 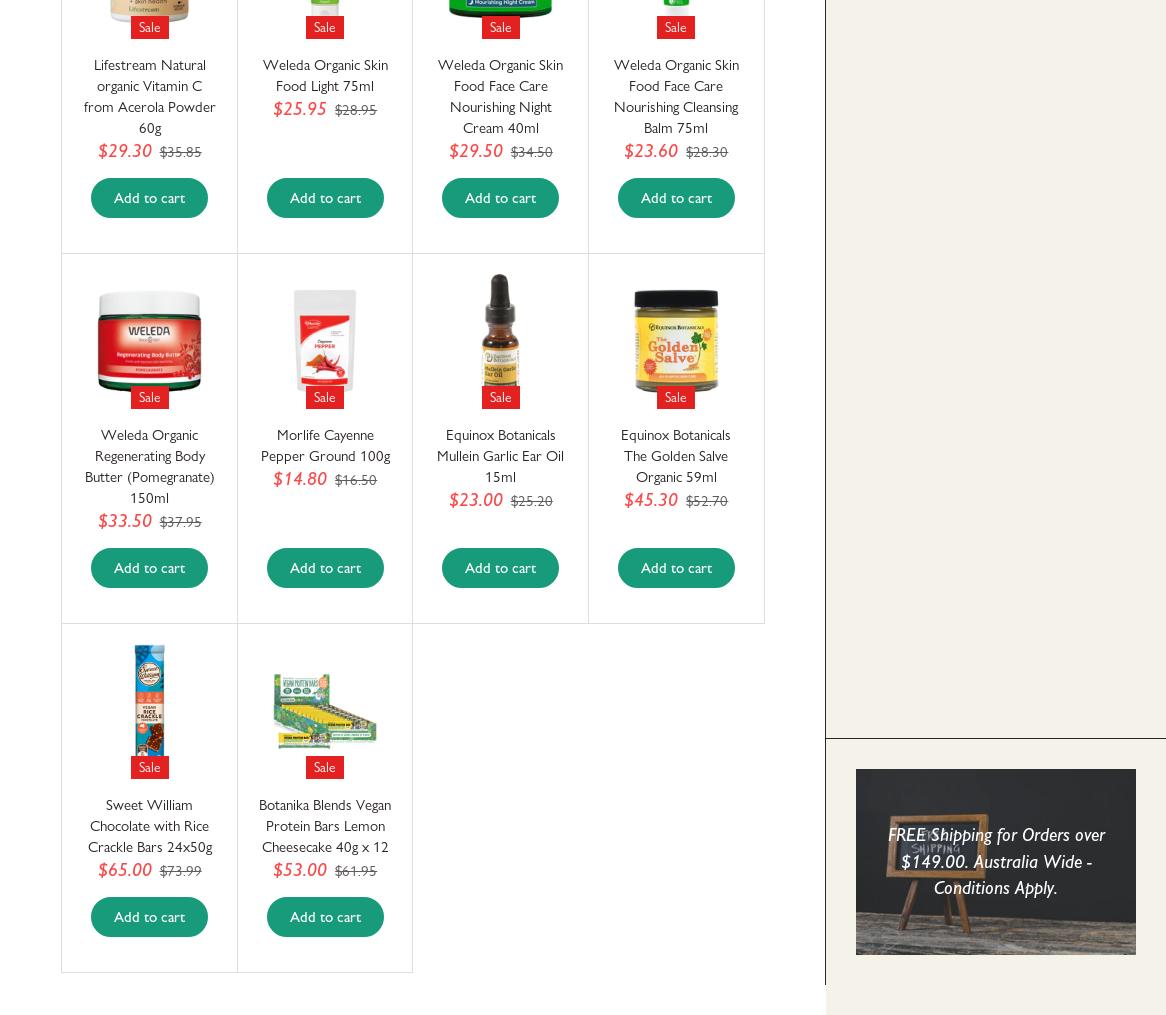 I want to click on 'Friendly Kitchen and Household Products', so click(x=182, y=75).